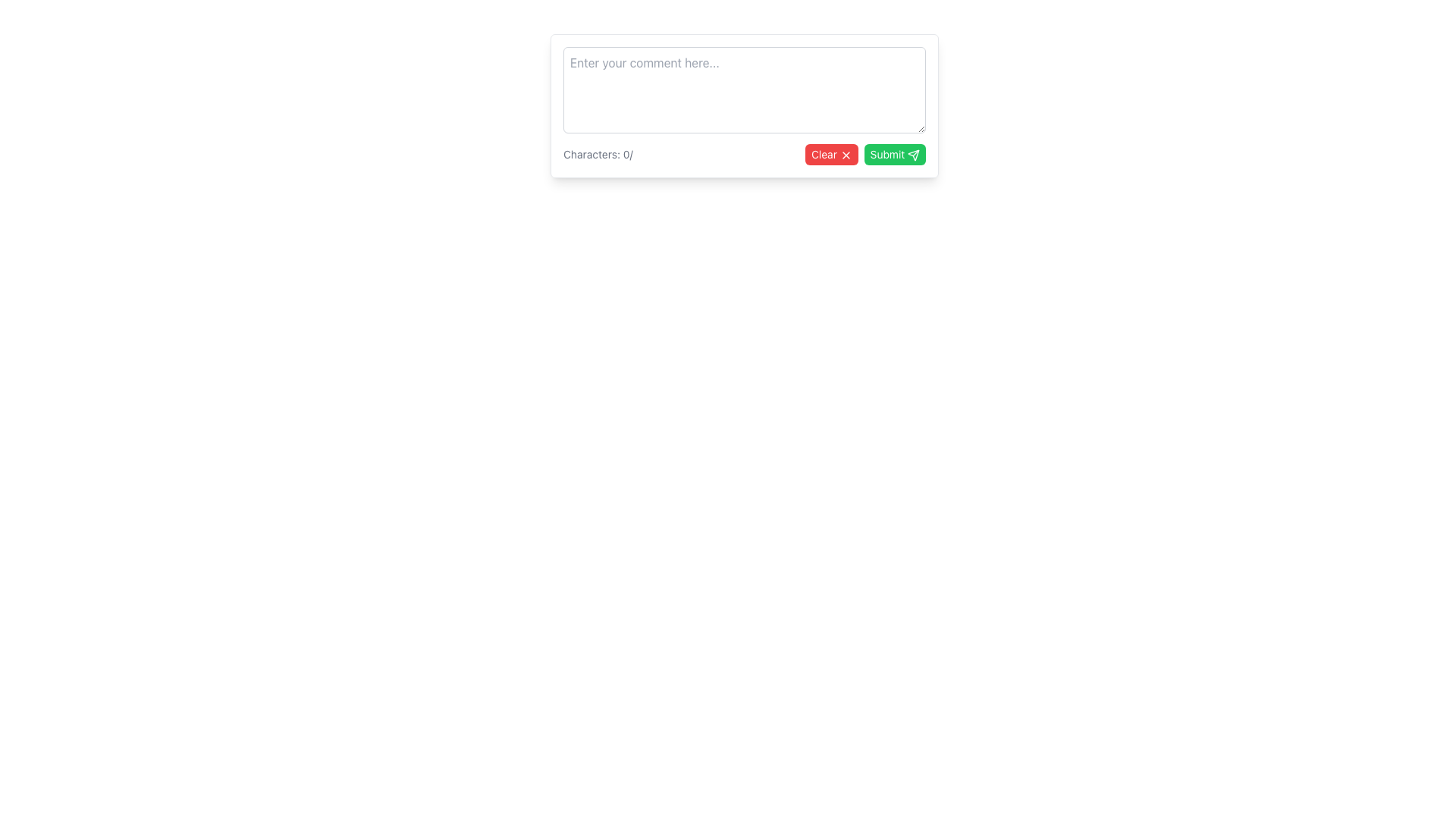 Image resolution: width=1456 pixels, height=819 pixels. What do you see at coordinates (895, 155) in the screenshot?
I see `the green 'Submit' button with rounded corners, located to the right of the 'Clear' button` at bounding box center [895, 155].